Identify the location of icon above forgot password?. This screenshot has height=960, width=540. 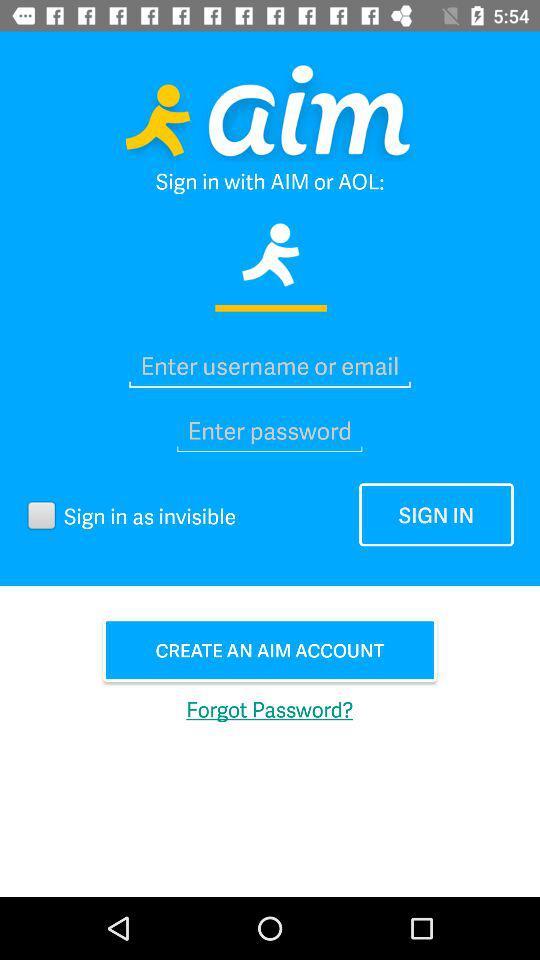
(270, 649).